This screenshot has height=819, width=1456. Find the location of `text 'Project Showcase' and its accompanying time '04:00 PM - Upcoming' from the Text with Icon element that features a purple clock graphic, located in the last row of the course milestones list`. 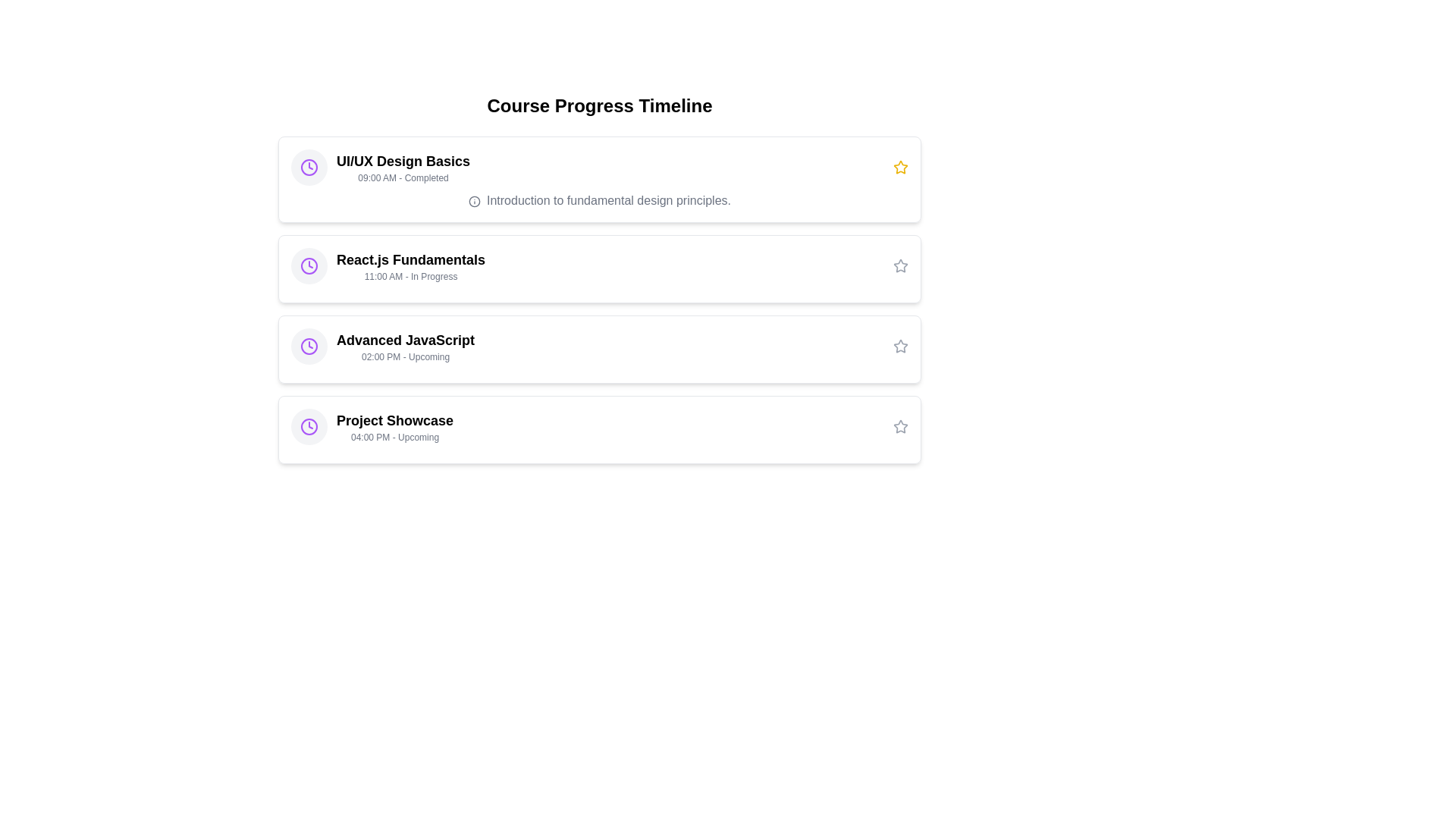

text 'Project Showcase' and its accompanying time '04:00 PM - Upcoming' from the Text with Icon element that features a purple clock graphic, located in the last row of the course milestones list is located at coordinates (372, 427).